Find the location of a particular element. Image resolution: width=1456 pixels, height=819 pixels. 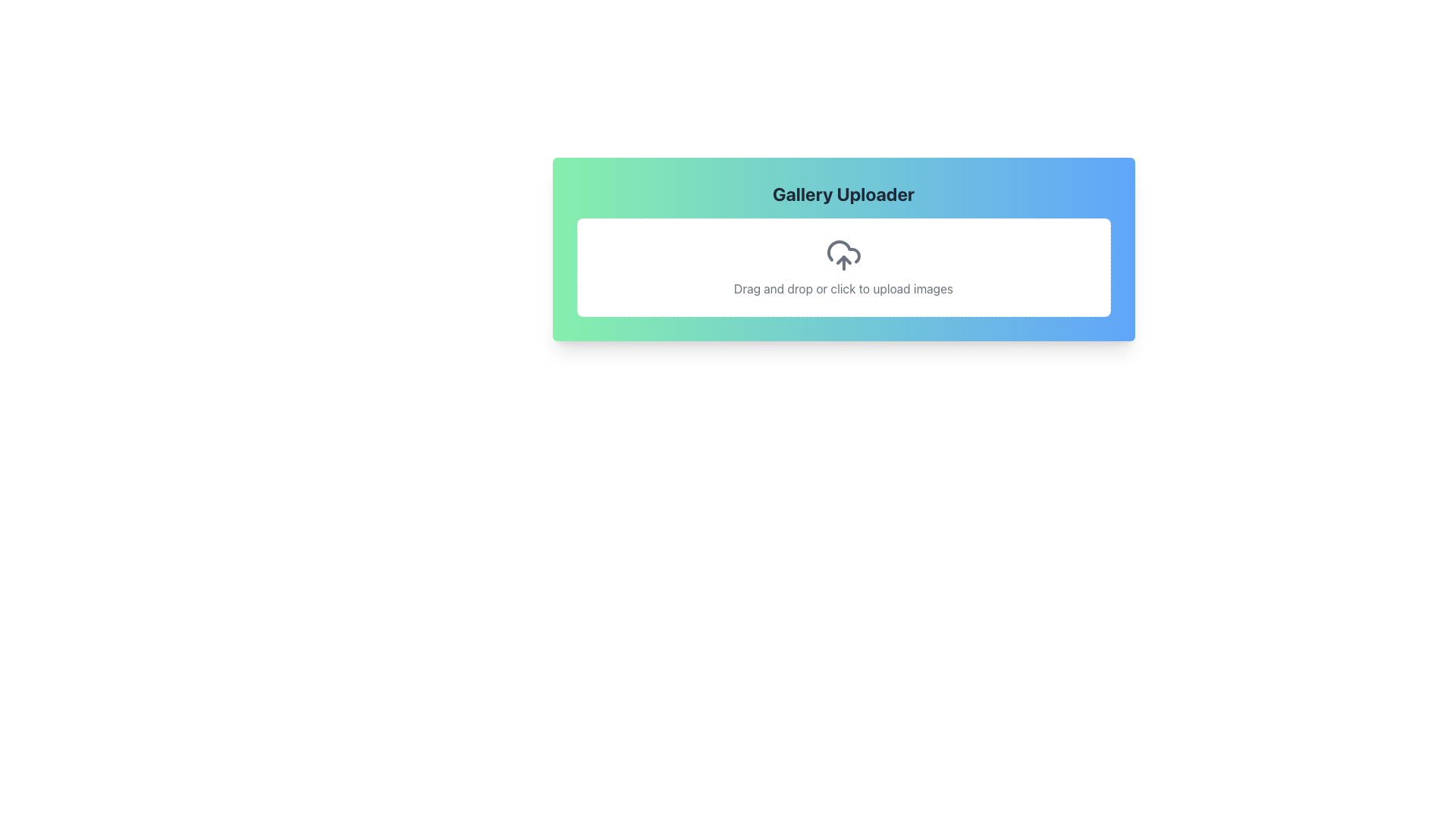

and drop files onto the File upload area with a dashed border and a centered cloud upload icon, located below the title 'Gallery Uploader.' is located at coordinates (843, 267).